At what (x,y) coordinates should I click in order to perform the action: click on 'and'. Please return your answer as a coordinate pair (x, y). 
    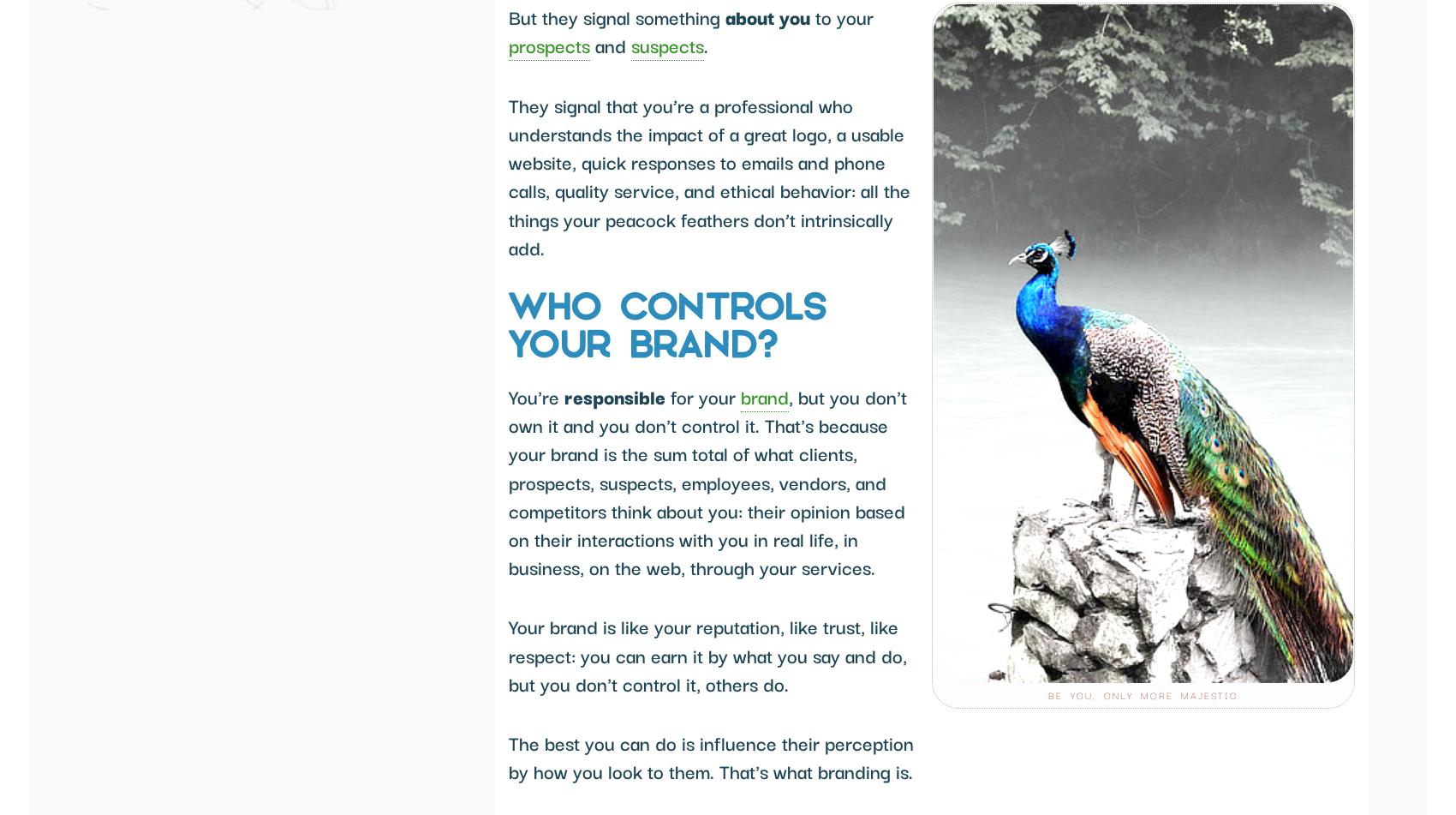
    Looking at the image, I should click on (610, 45).